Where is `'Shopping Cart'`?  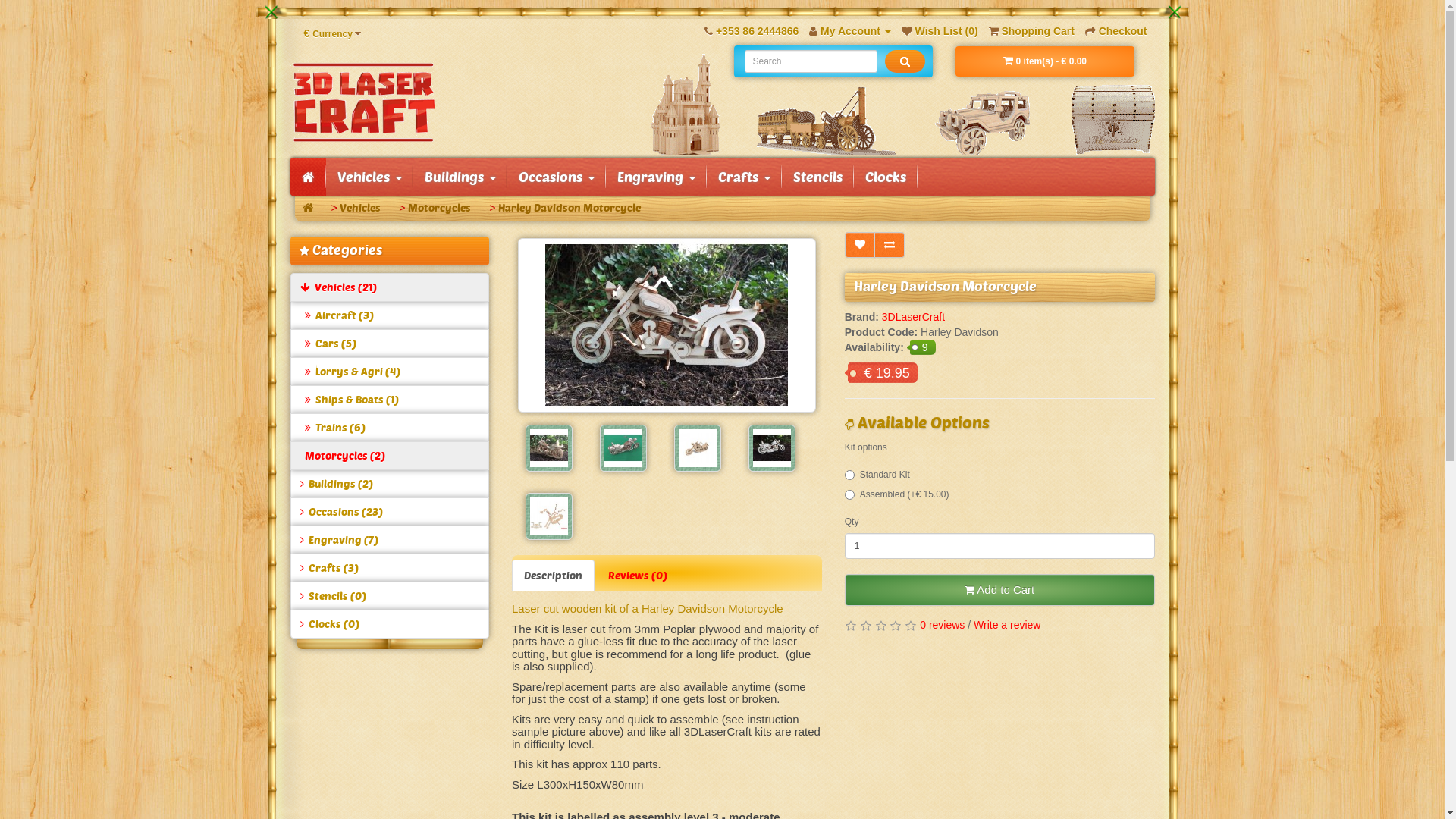
'Shopping Cart' is located at coordinates (1031, 31).